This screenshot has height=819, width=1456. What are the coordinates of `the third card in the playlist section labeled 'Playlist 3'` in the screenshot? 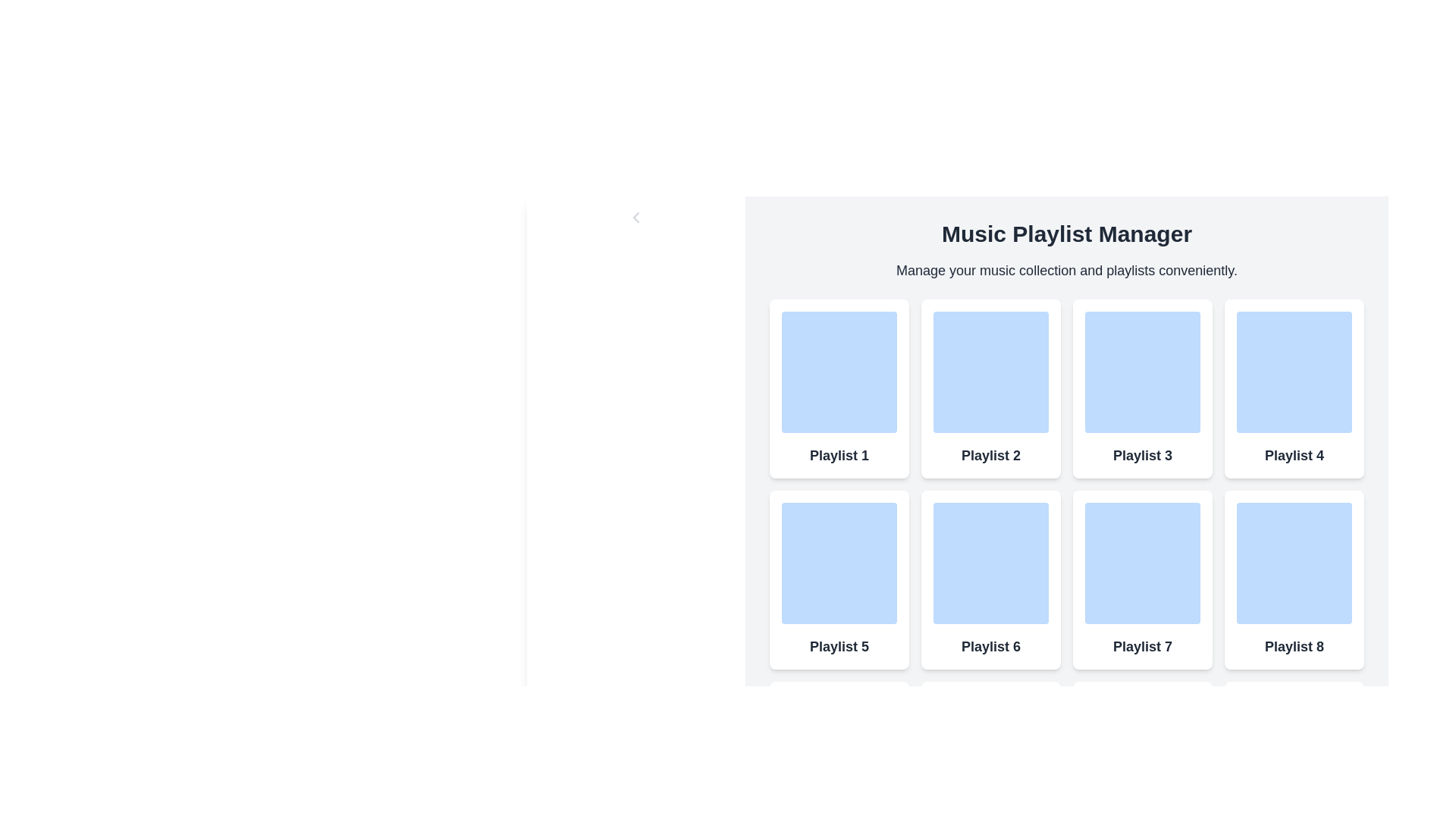 It's located at (1143, 388).